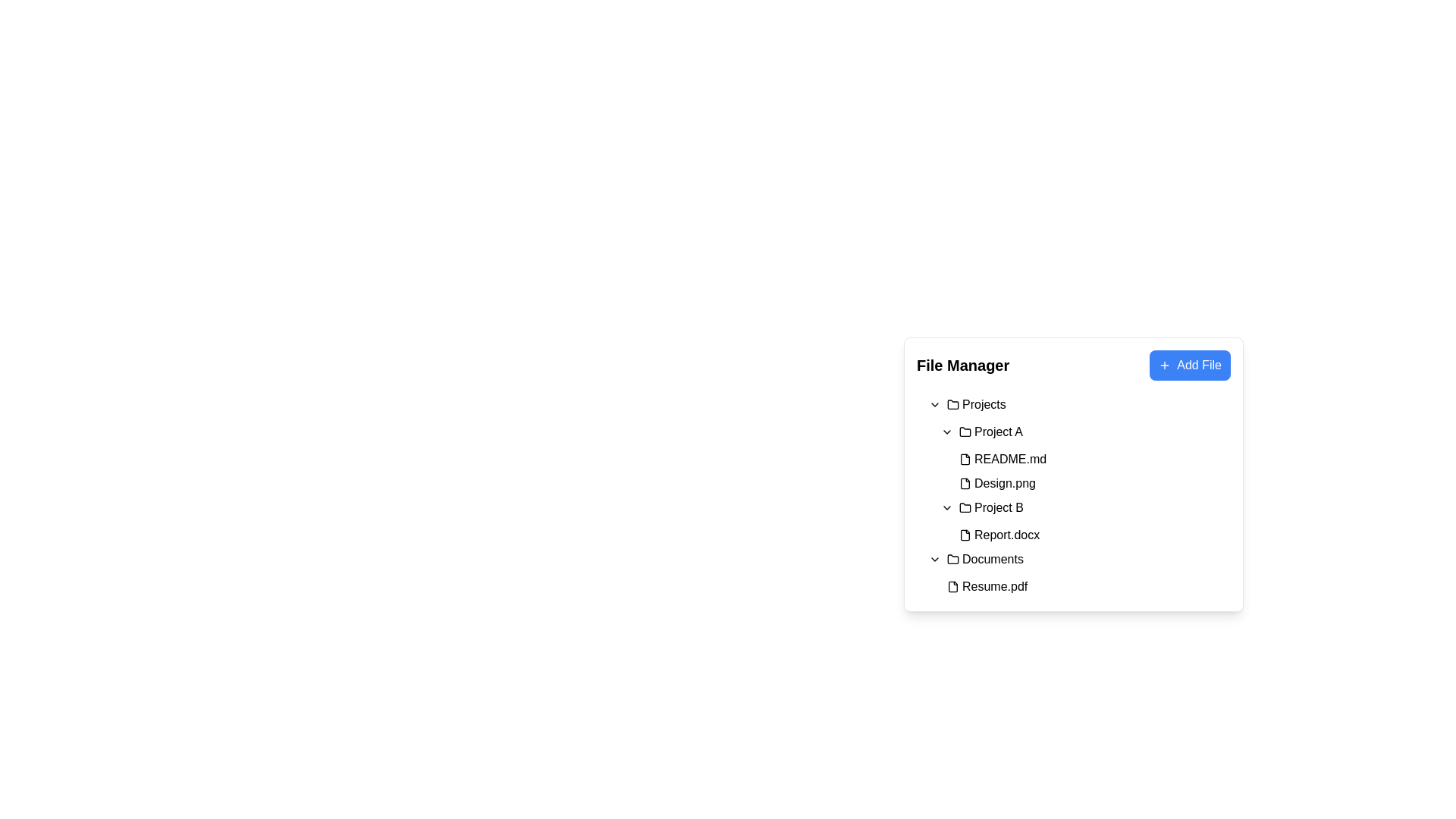 This screenshot has width=1456, height=819. Describe the element at coordinates (964, 483) in the screenshot. I see `the graphic element representing the file labeled 'Design.png' within the SVG icon in the File Manager interface` at that location.